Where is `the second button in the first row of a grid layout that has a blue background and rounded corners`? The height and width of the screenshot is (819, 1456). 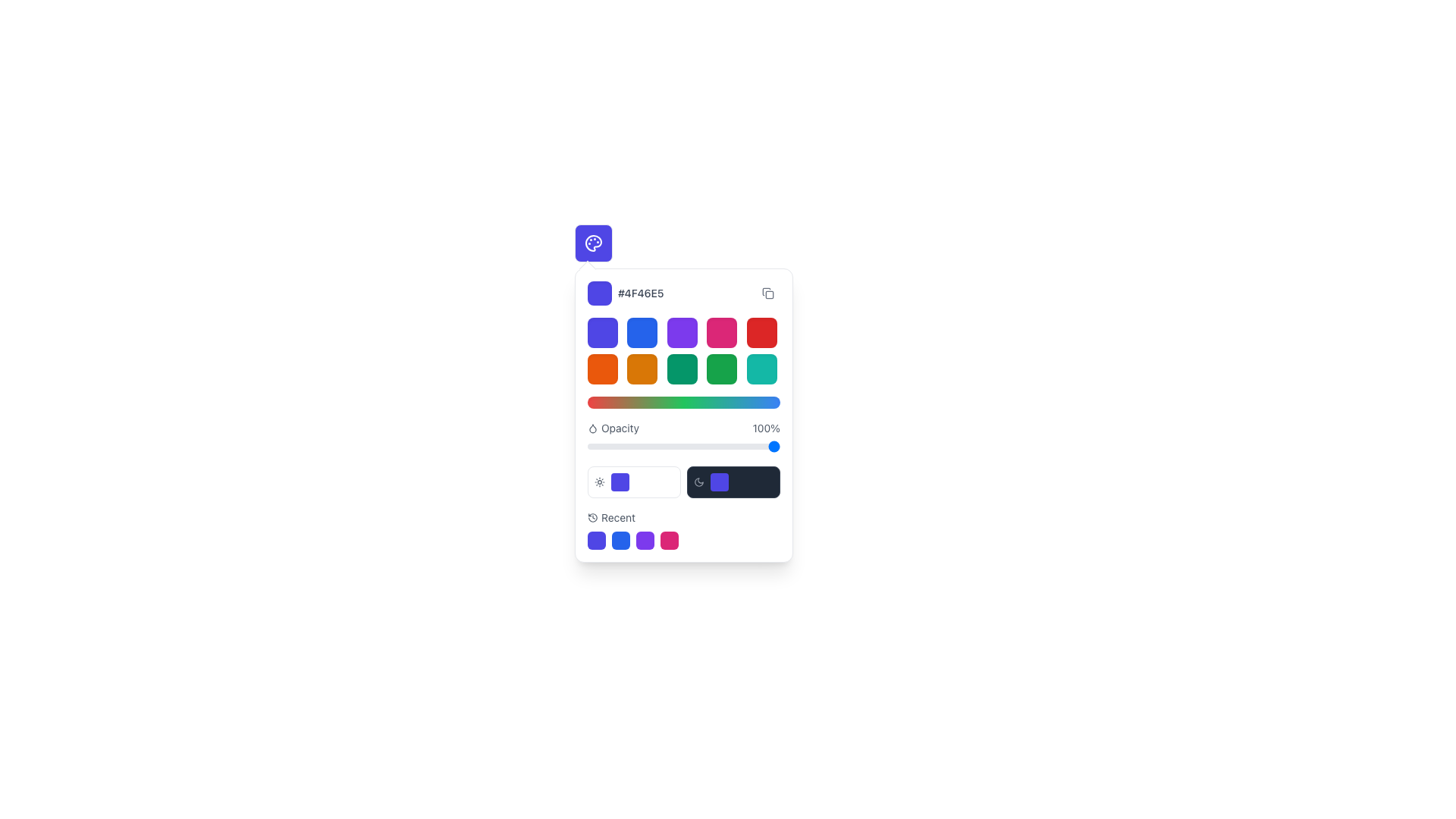 the second button in the first row of a grid layout that has a blue background and rounded corners is located at coordinates (642, 332).